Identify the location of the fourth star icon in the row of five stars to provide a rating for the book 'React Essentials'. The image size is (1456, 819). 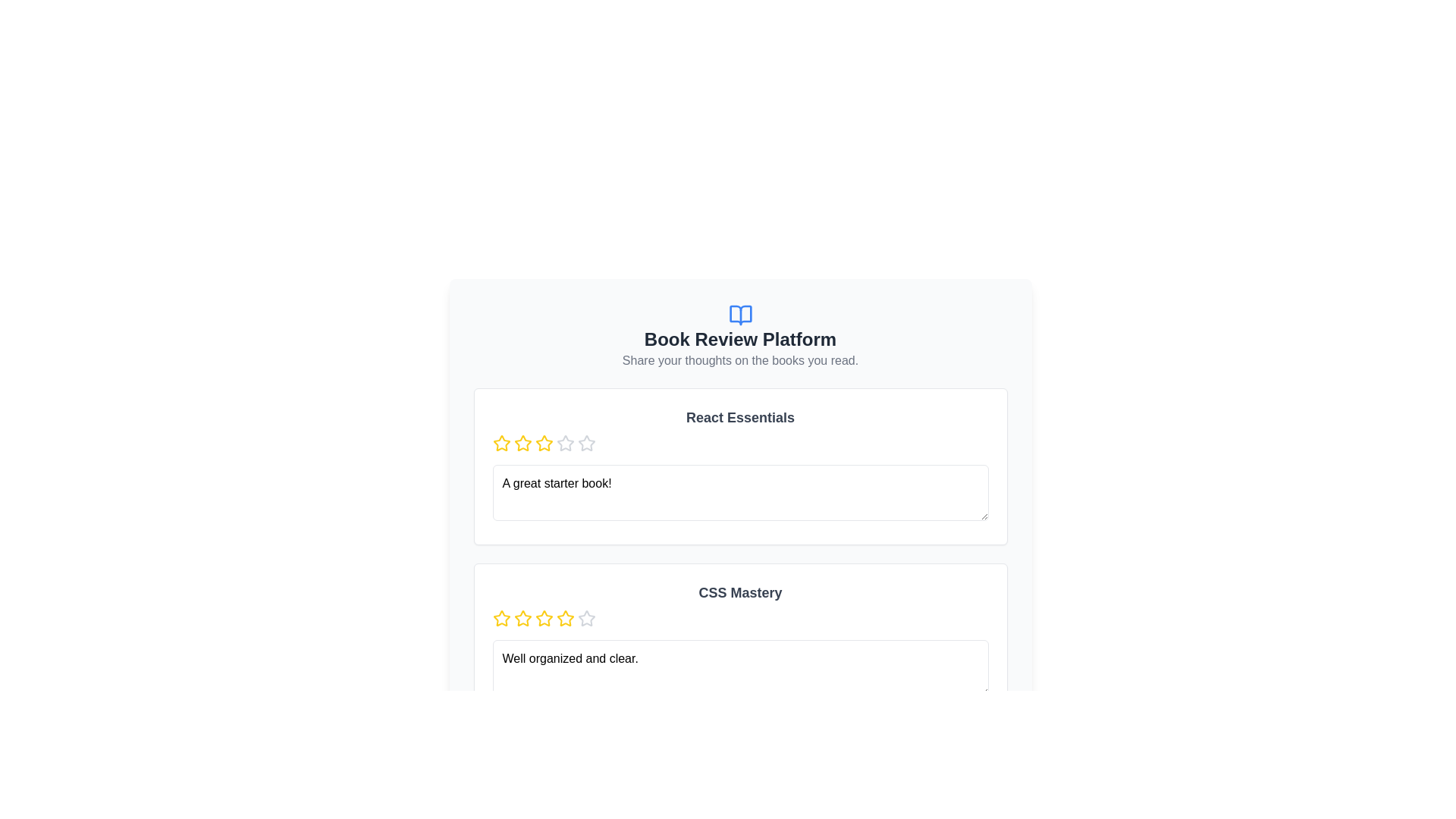
(585, 443).